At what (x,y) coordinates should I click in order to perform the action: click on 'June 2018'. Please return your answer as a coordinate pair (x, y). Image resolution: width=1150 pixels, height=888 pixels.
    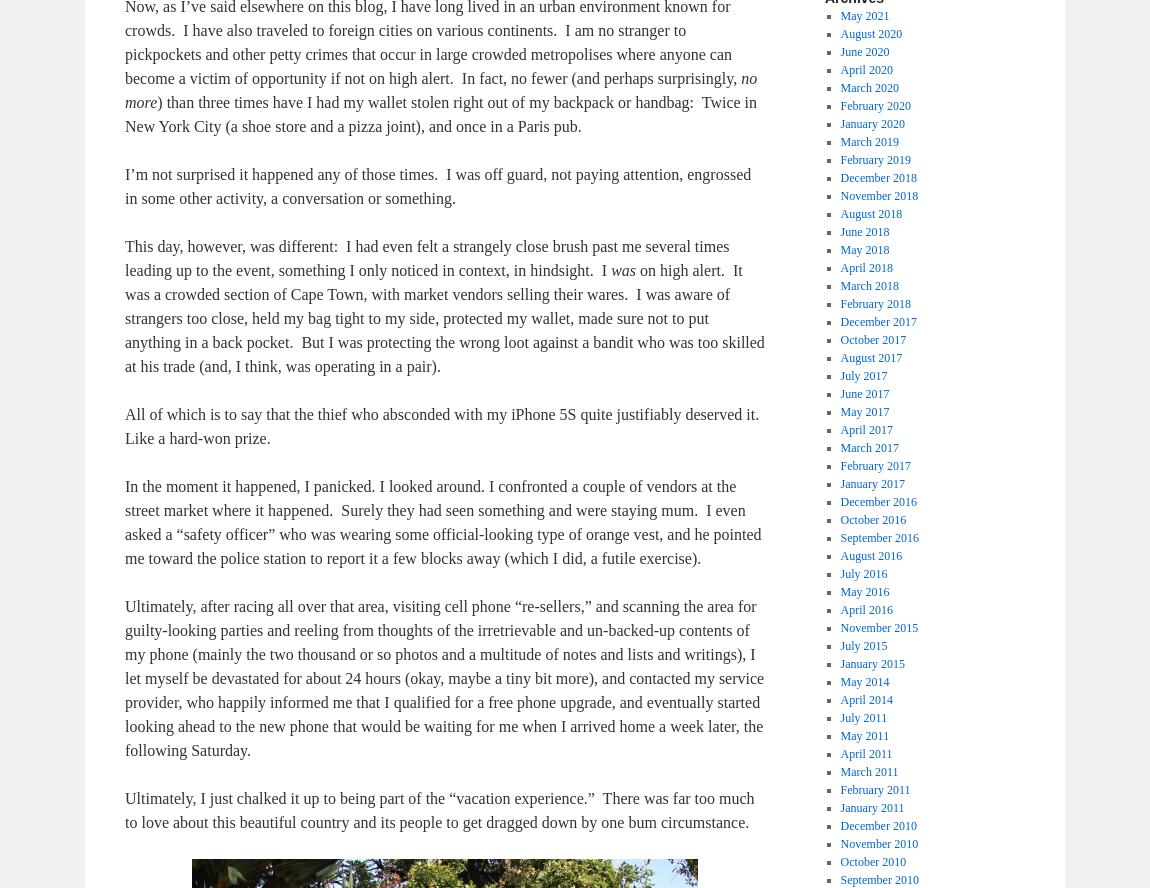
    Looking at the image, I should click on (838, 232).